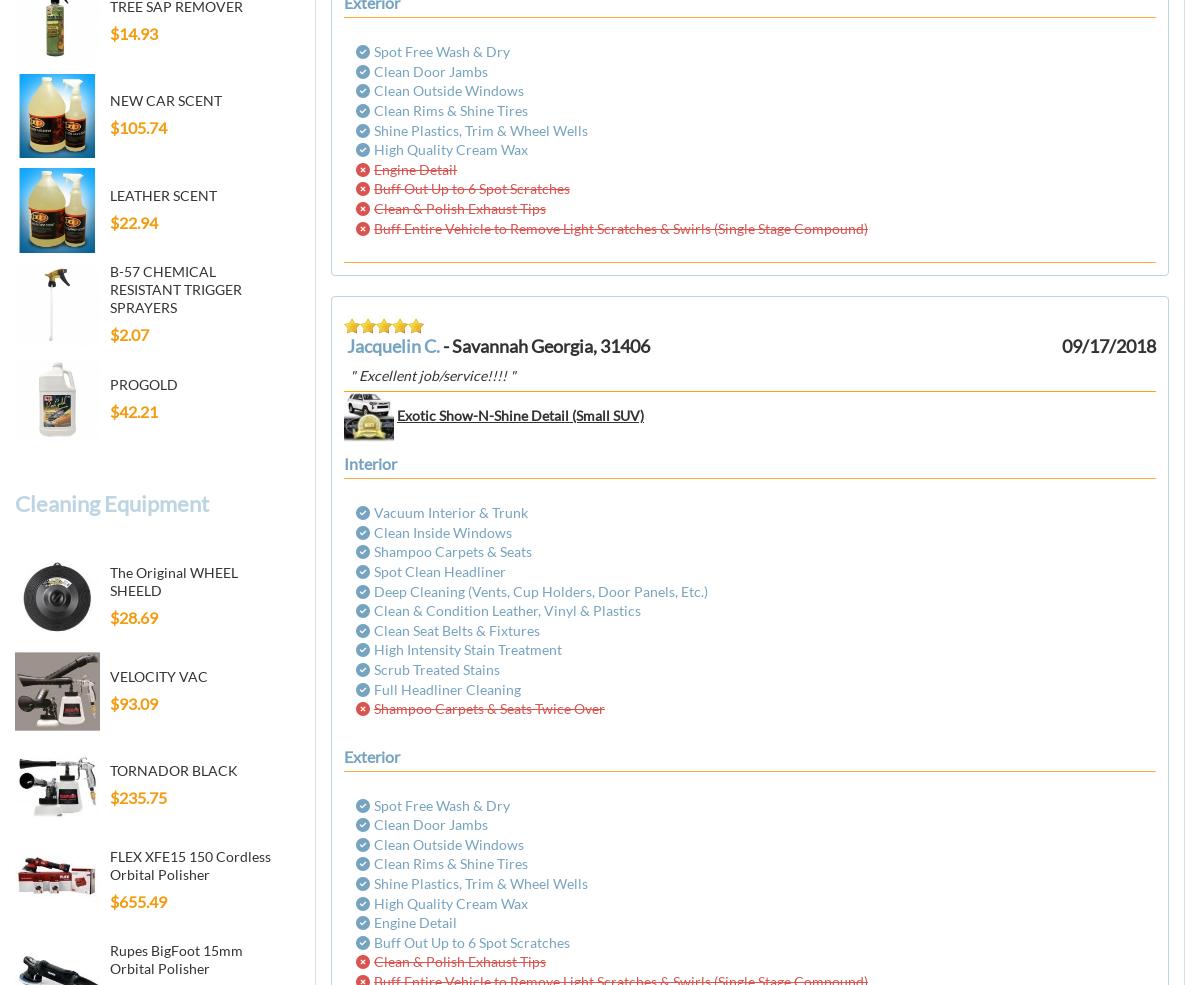 This screenshot has width=1200, height=985. Describe the element at coordinates (447, 687) in the screenshot. I see `'Full Headliner Cleaning'` at that location.